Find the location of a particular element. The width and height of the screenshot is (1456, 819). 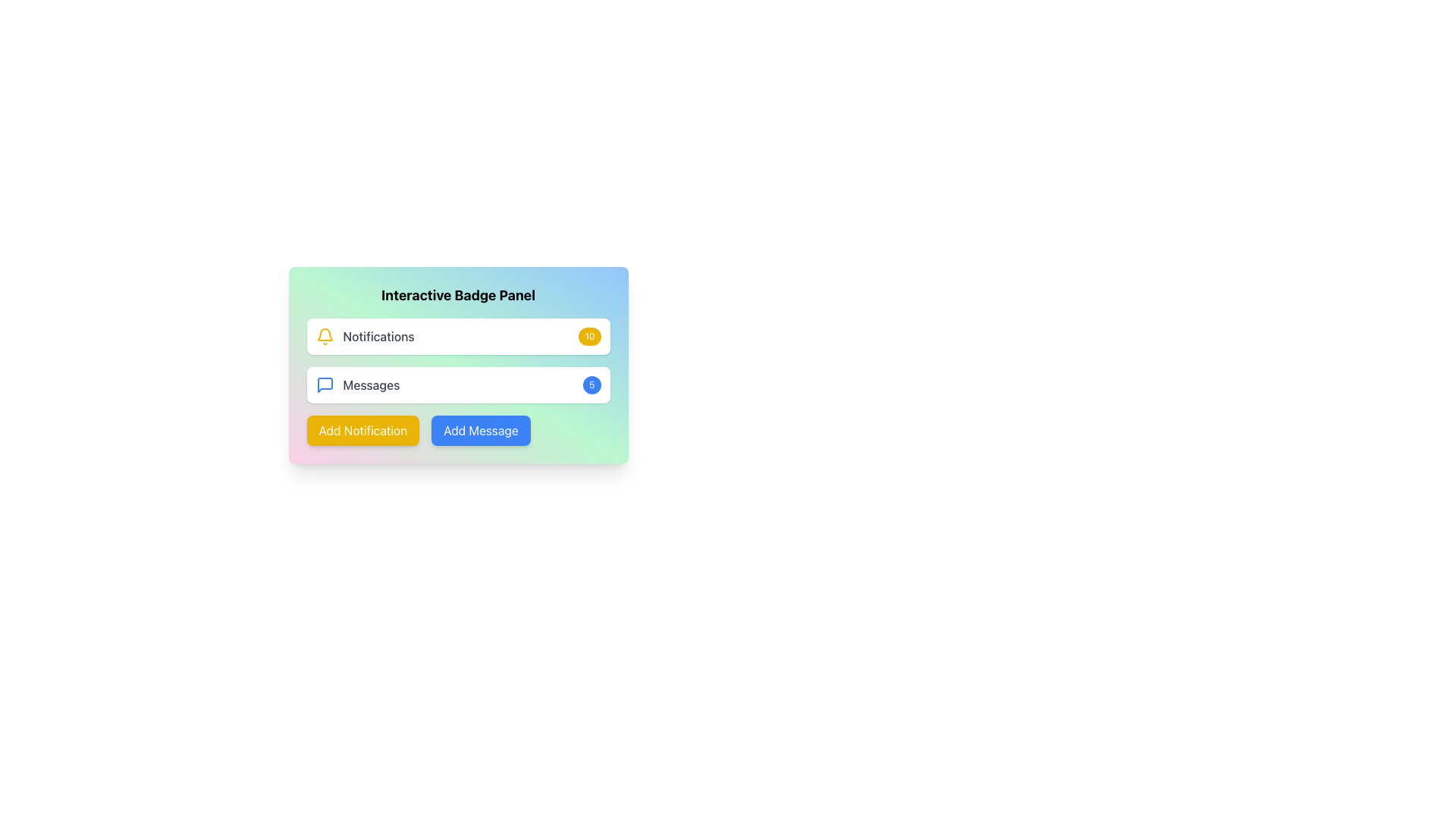

the 'Messages' text label, which is located to the right of the speech bubble icon in the second row of the 'Interactive Badge Panel' is located at coordinates (371, 384).